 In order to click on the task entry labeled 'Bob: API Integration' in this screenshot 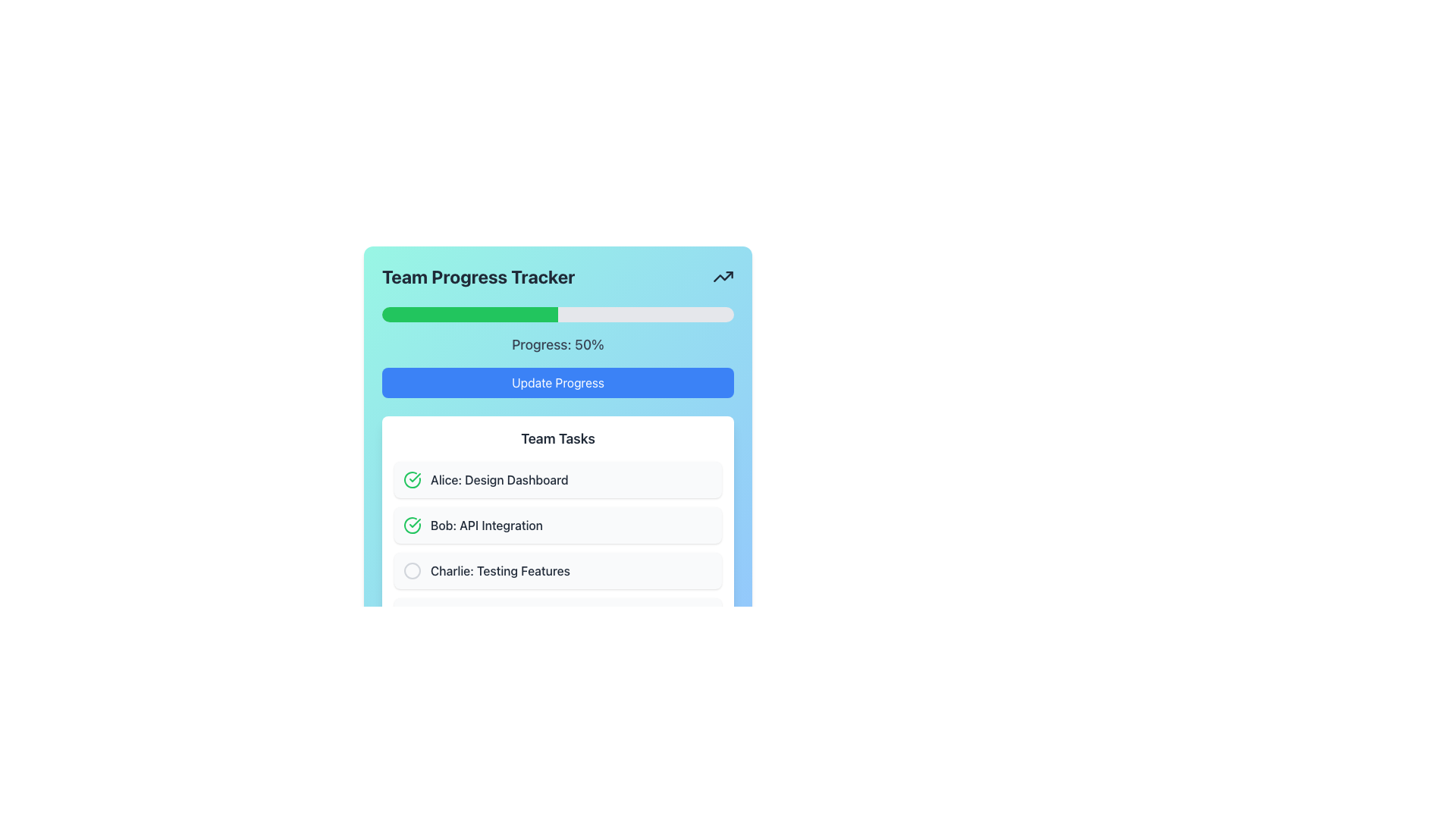, I will do `click(557, 548)`.